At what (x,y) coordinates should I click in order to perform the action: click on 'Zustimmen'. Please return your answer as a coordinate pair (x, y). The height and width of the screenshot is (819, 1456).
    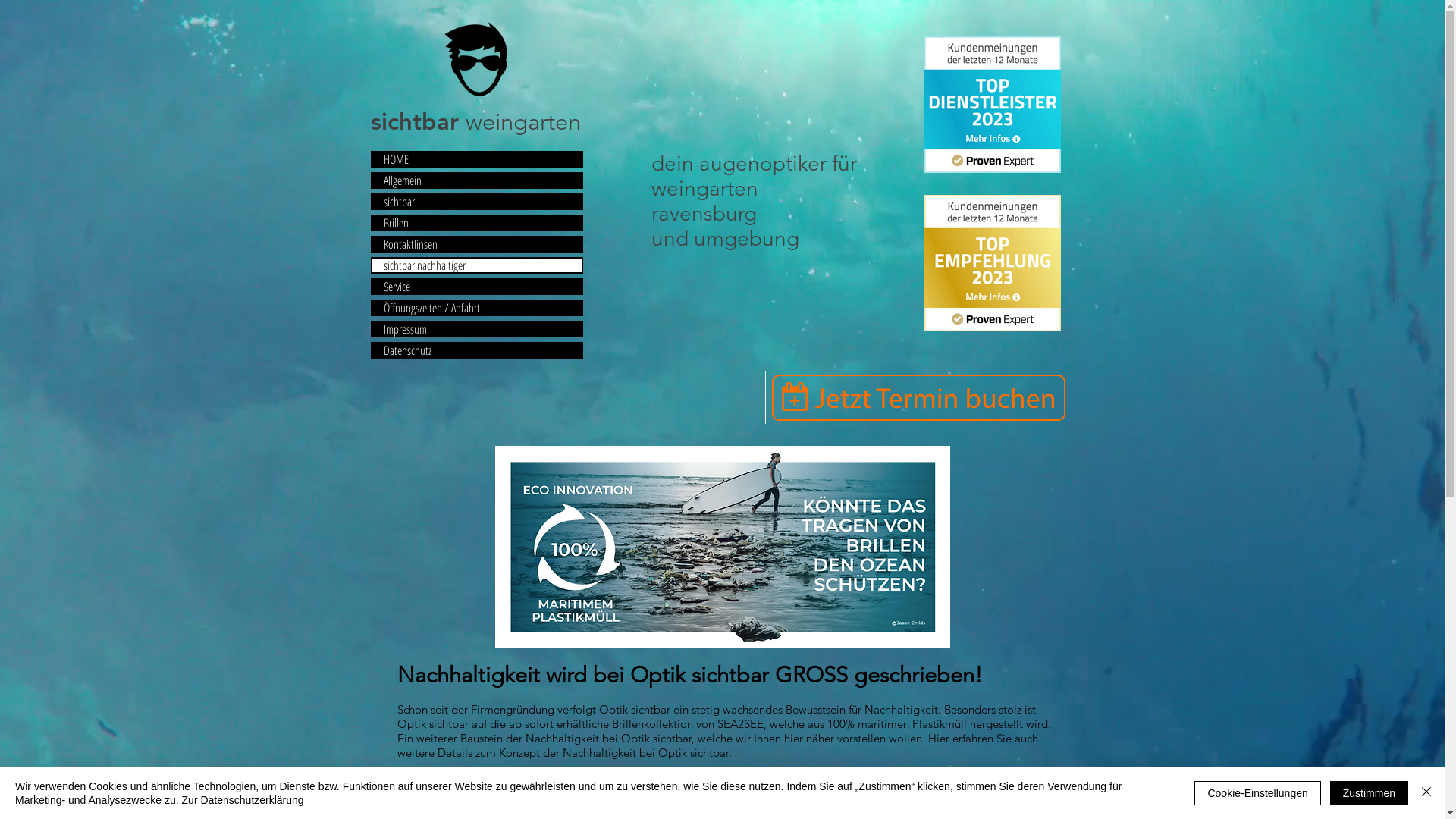
    Looking at the image, I should click on (1369, 792).